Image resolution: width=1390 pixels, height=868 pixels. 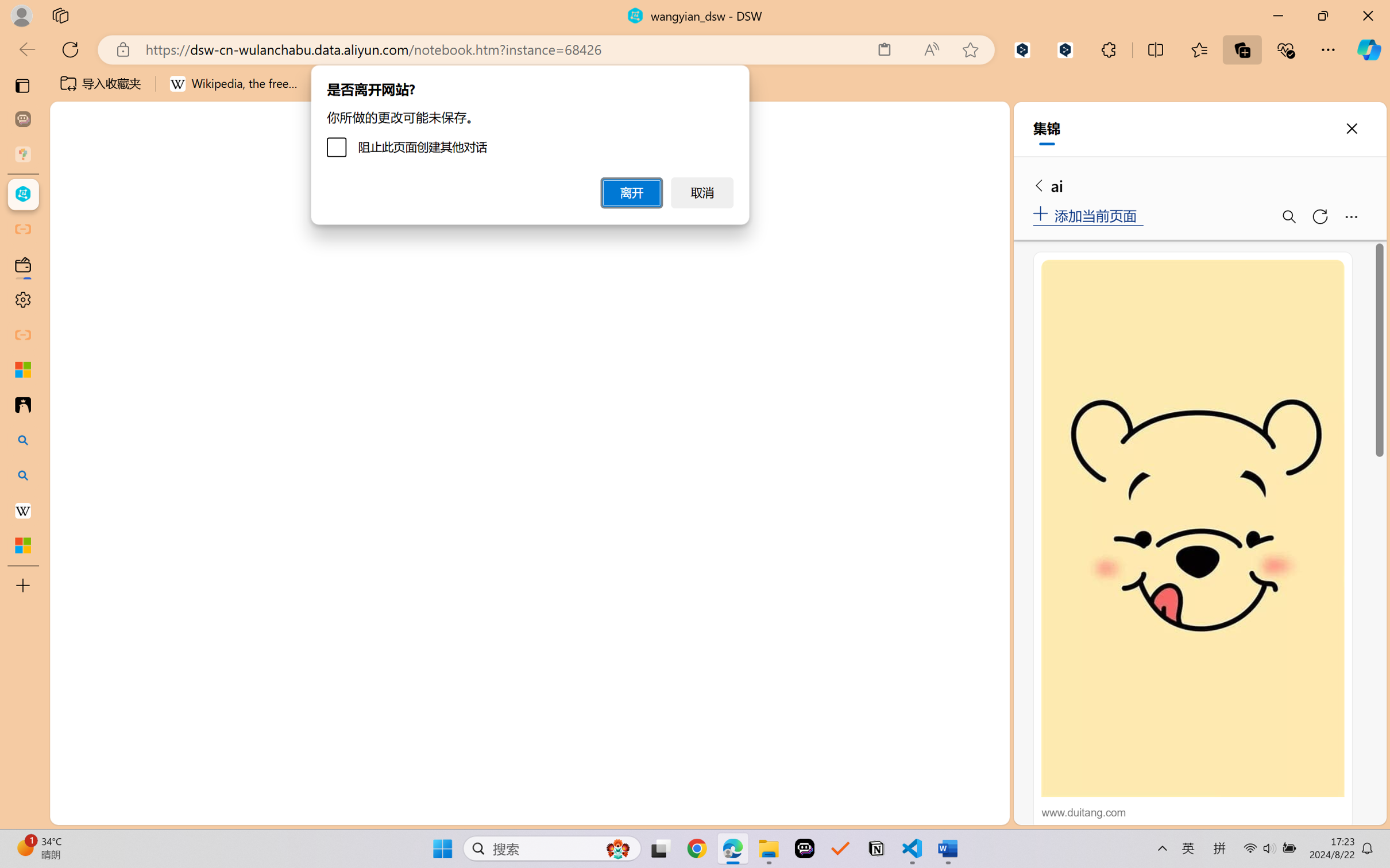 I want to click on 'Application Menu', so click(x=73, y=193).